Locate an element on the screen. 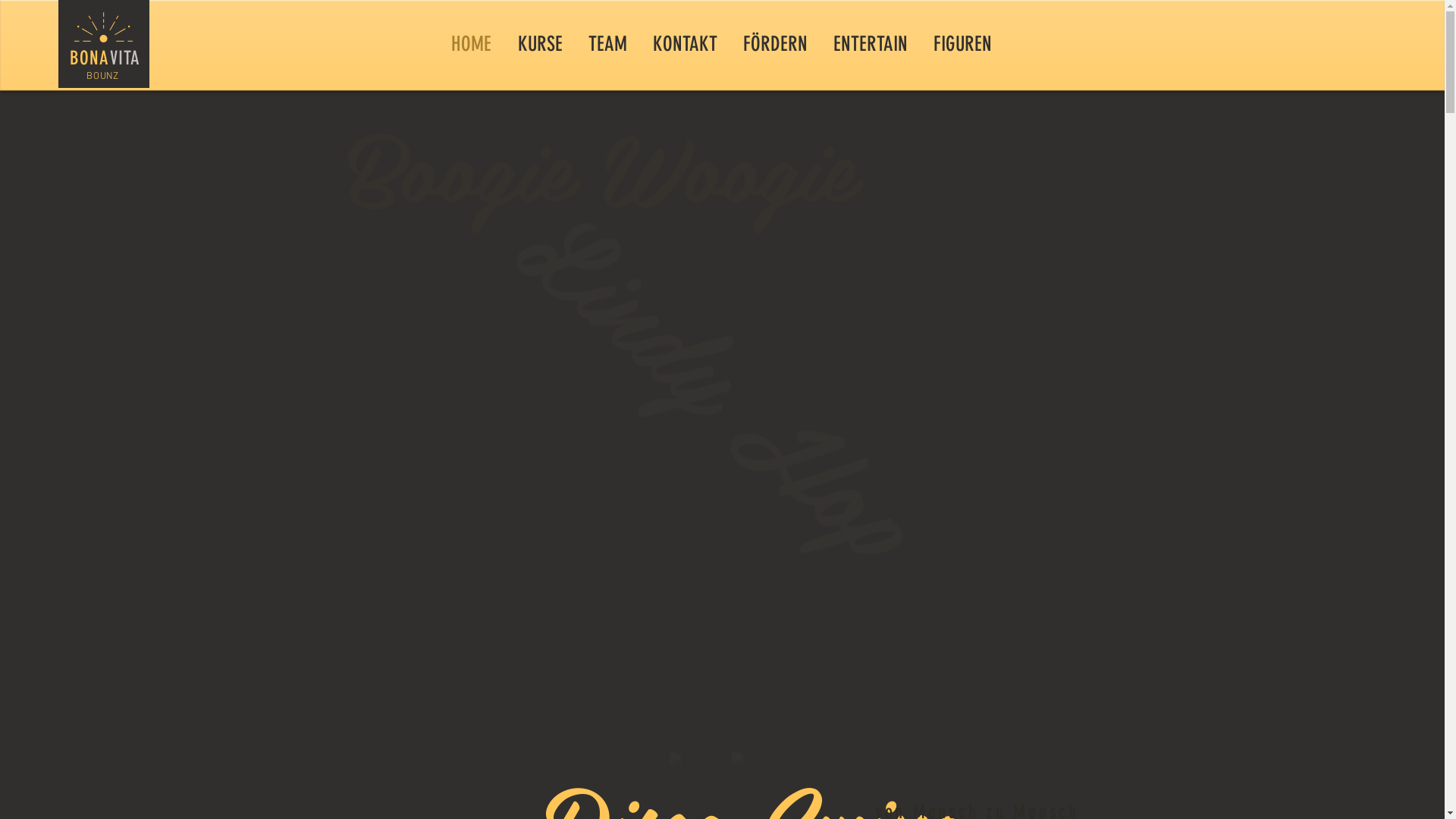  'BONA' is located at coordinates (89, 57).